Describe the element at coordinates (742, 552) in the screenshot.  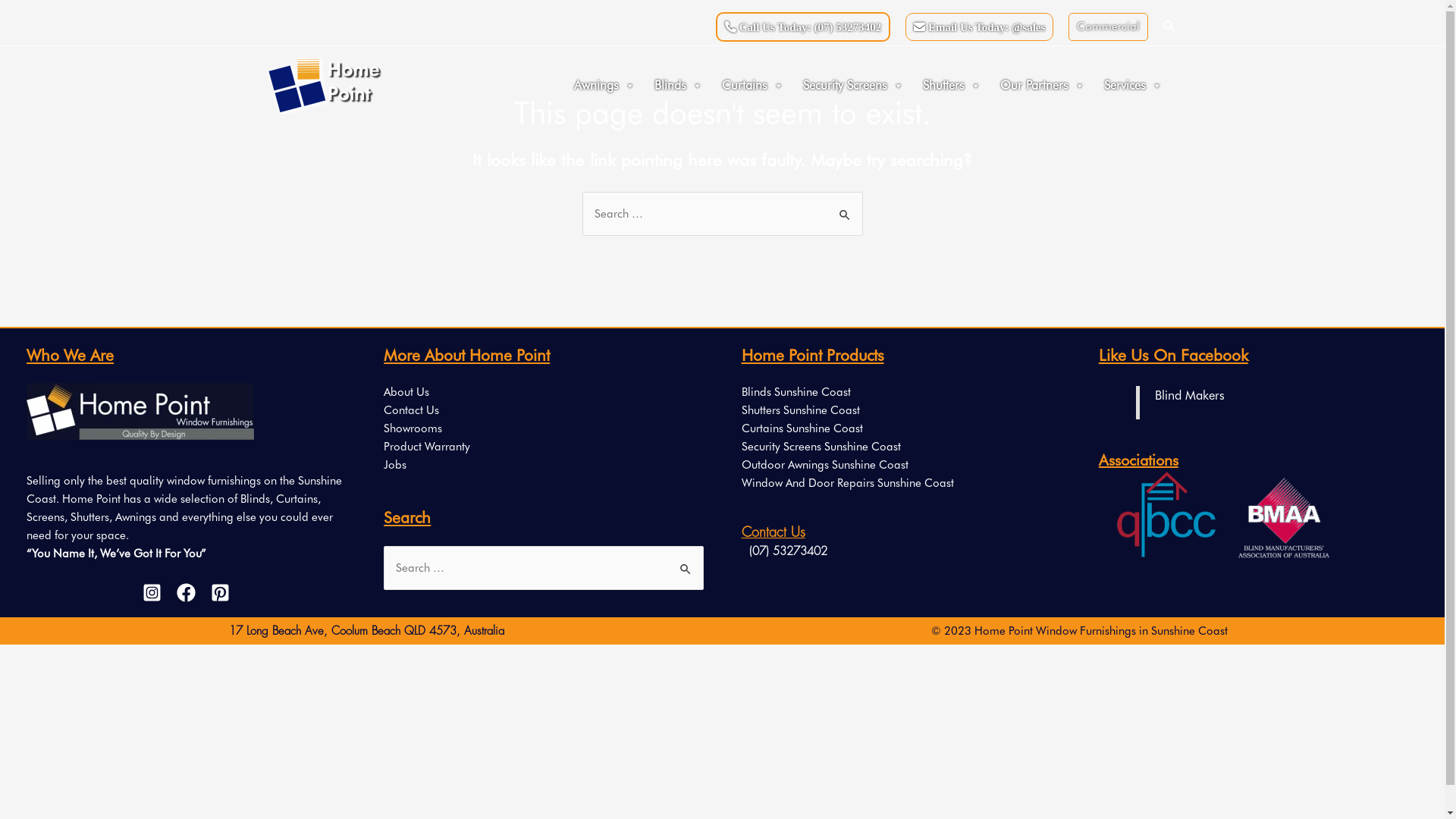
I see `'(07) 53273402'` at that location.